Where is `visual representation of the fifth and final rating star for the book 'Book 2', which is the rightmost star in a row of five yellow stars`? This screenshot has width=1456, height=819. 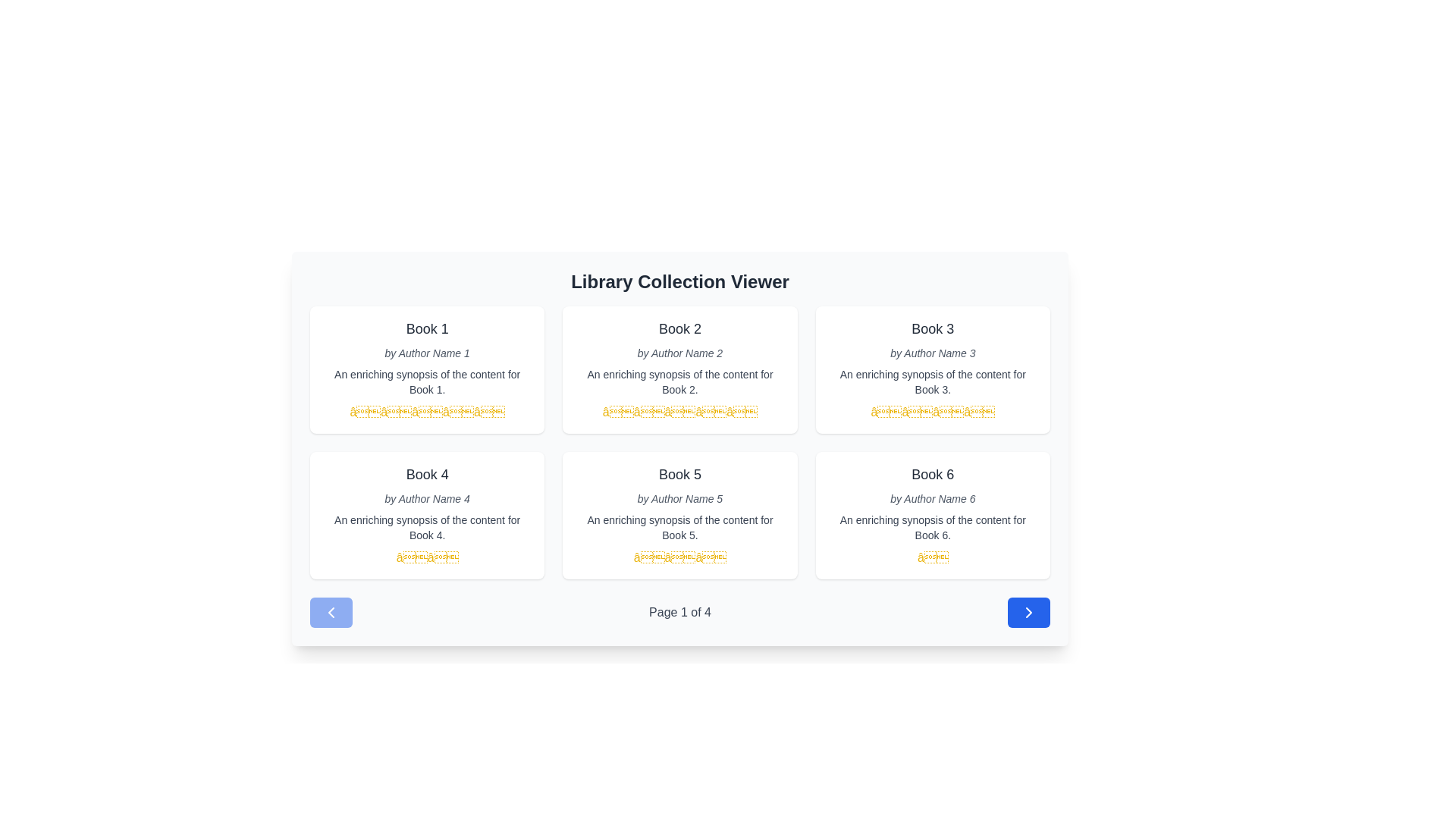
visual representation of the fifth and final rating star for the book 'Book 2', which is the rightmost star in a row of five yellow stars is located at coordinates (742, 412).